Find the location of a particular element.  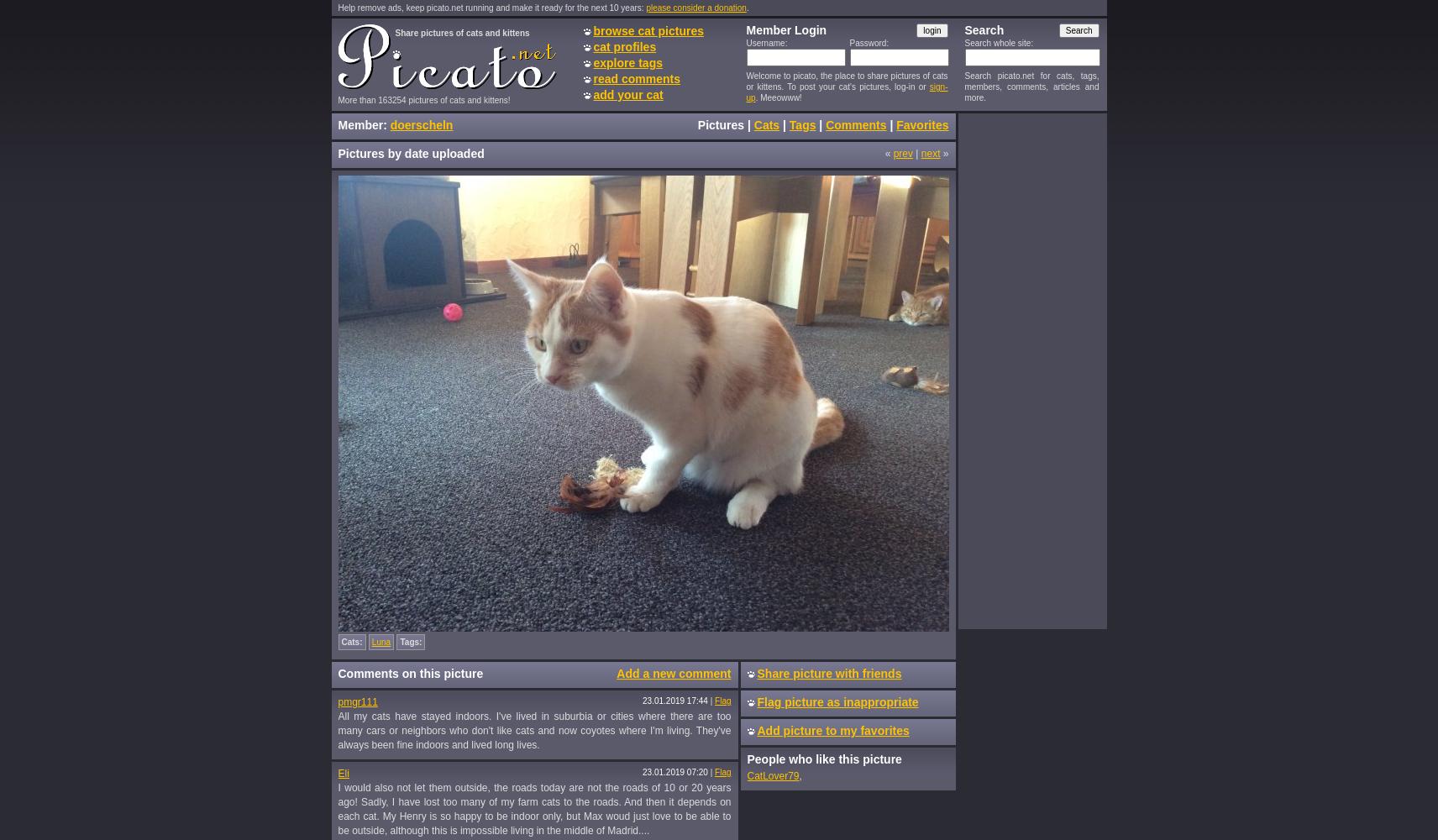

'Help remove ads, keep picato.net running and make it ready for the next 10 years:' is located at coordinates (491, 8).